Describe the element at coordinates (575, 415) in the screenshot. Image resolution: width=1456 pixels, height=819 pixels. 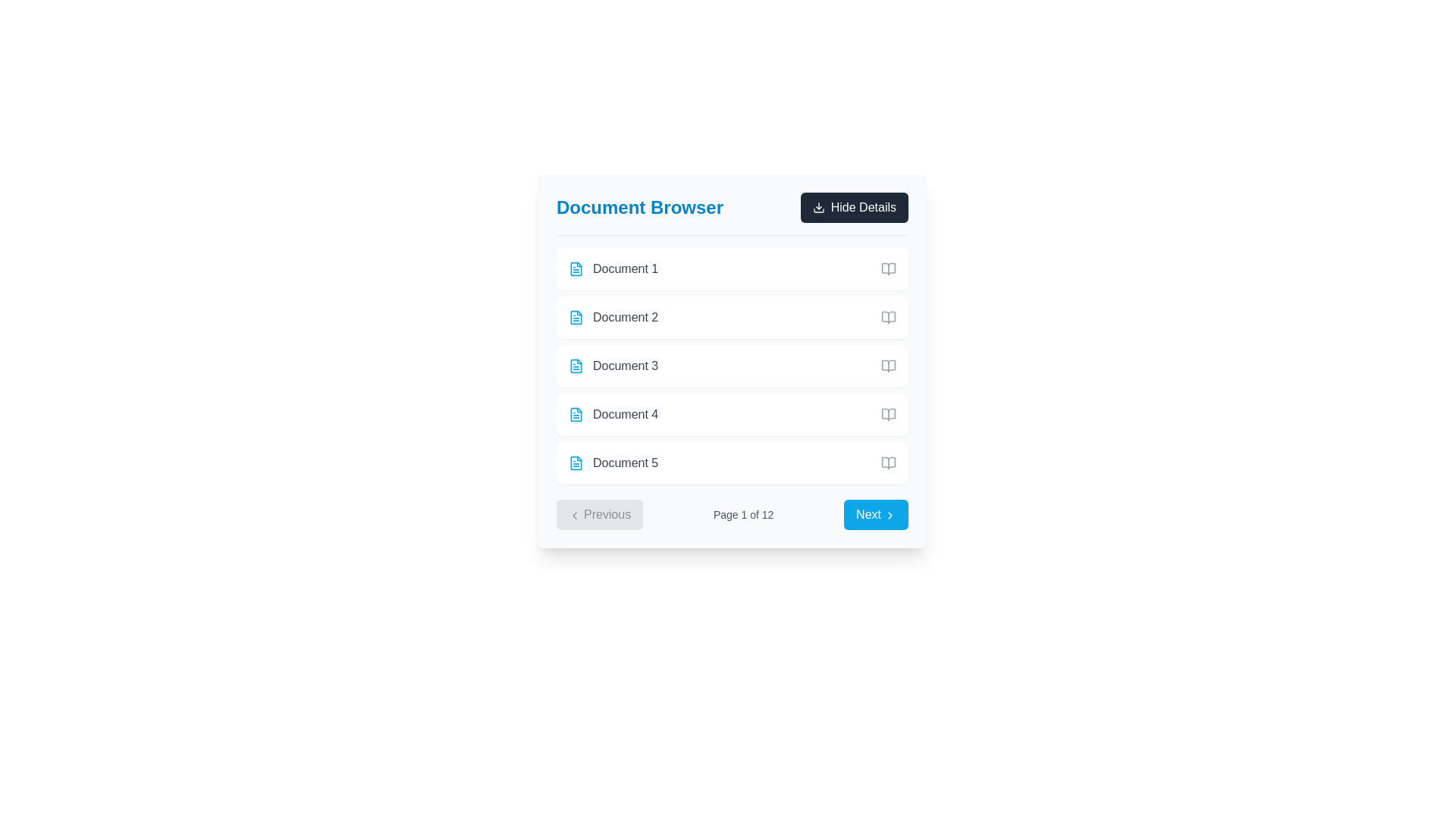
I see `the small blue document icon with a folded corner located in the left part of the fourth row in the Document Browser, adjacent to the text label 'Document 4'` at that location.